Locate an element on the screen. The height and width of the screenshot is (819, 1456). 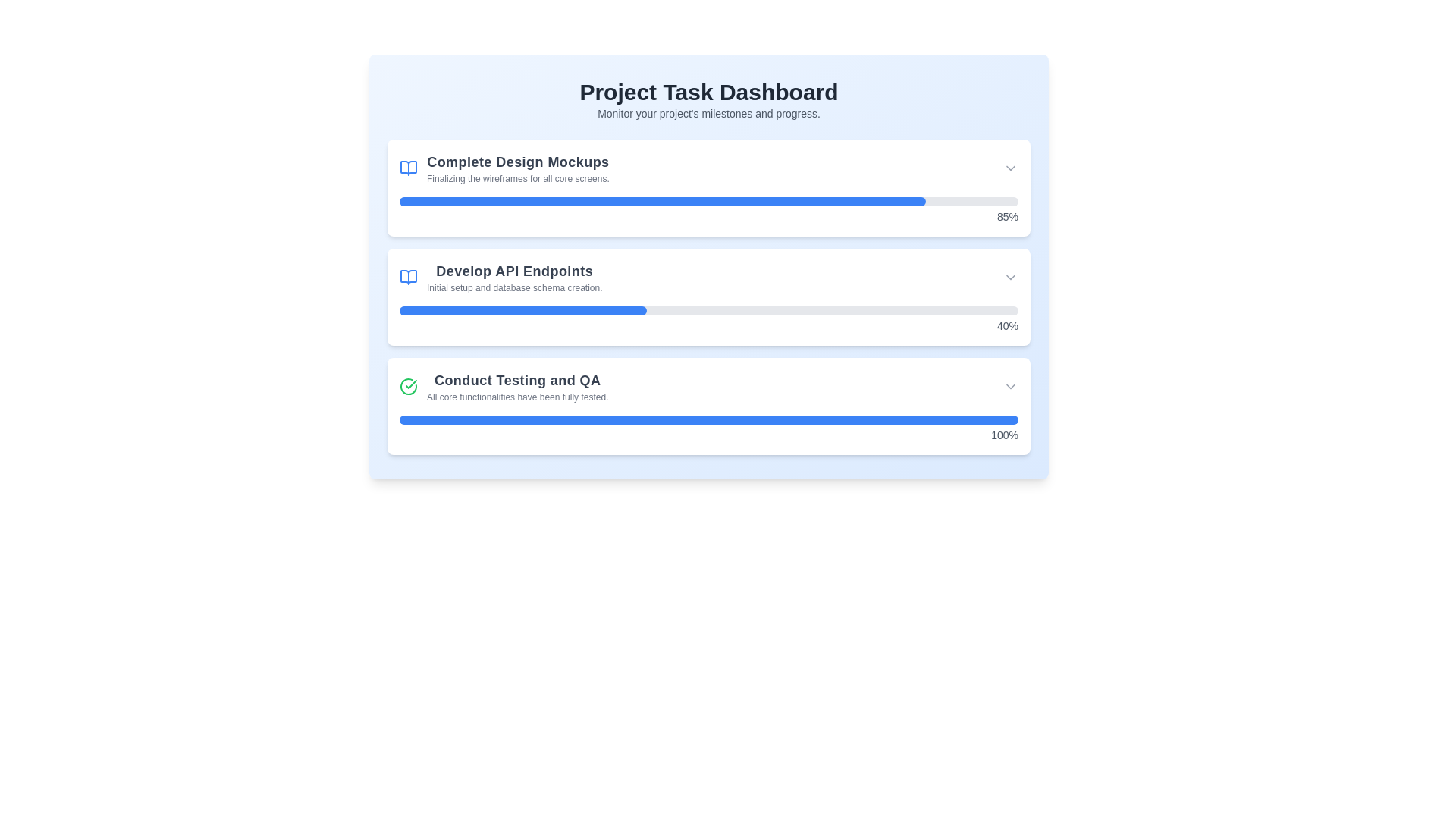
the progress bar indicating task completion percentage in the 'Conduct Testing and QA' task card, located below the subtitle 'All core functionalities have been fully tested.' is located at coordinates (708, 429).